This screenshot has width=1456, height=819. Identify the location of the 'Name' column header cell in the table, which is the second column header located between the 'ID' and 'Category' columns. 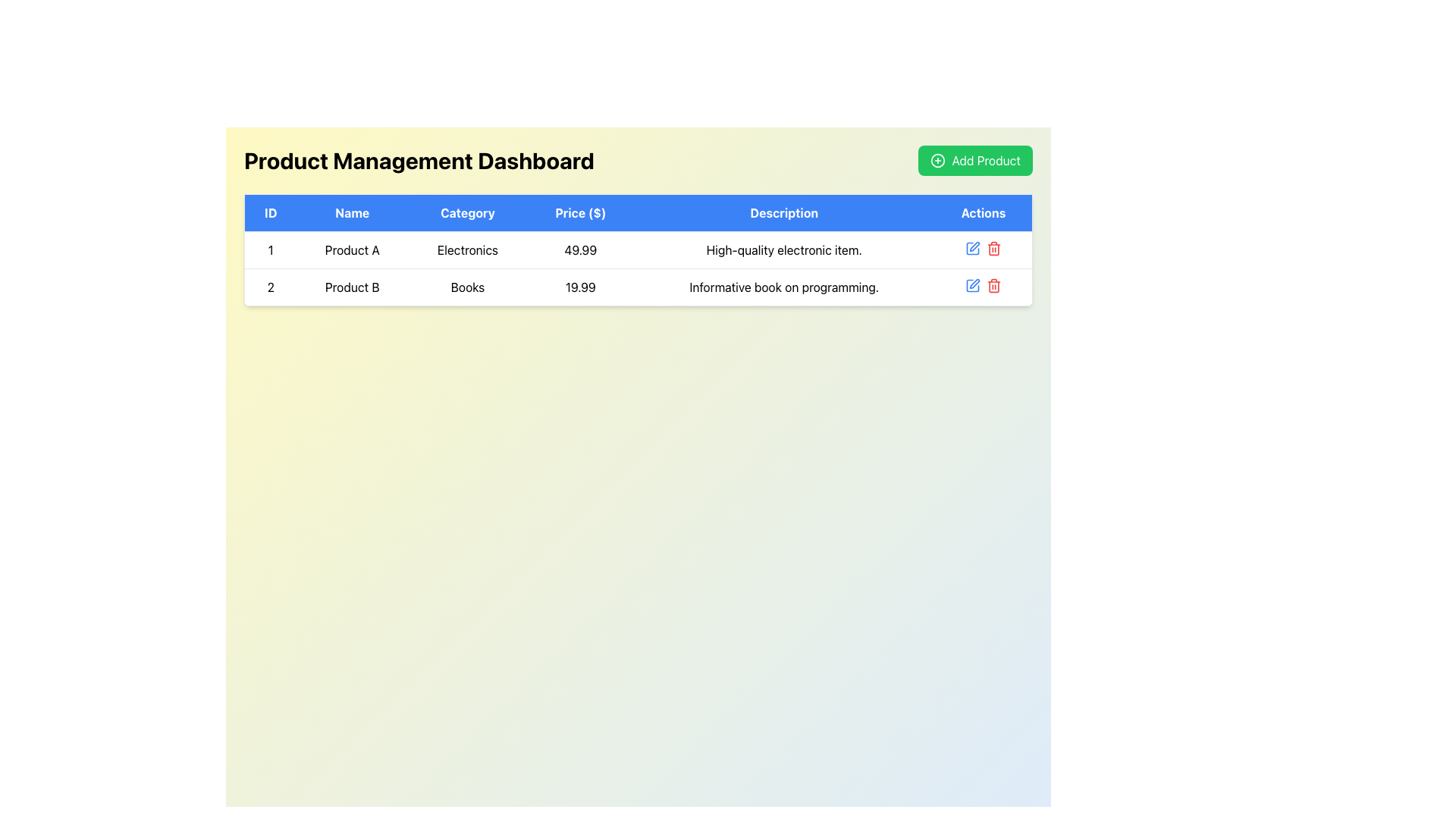
(351, 213).